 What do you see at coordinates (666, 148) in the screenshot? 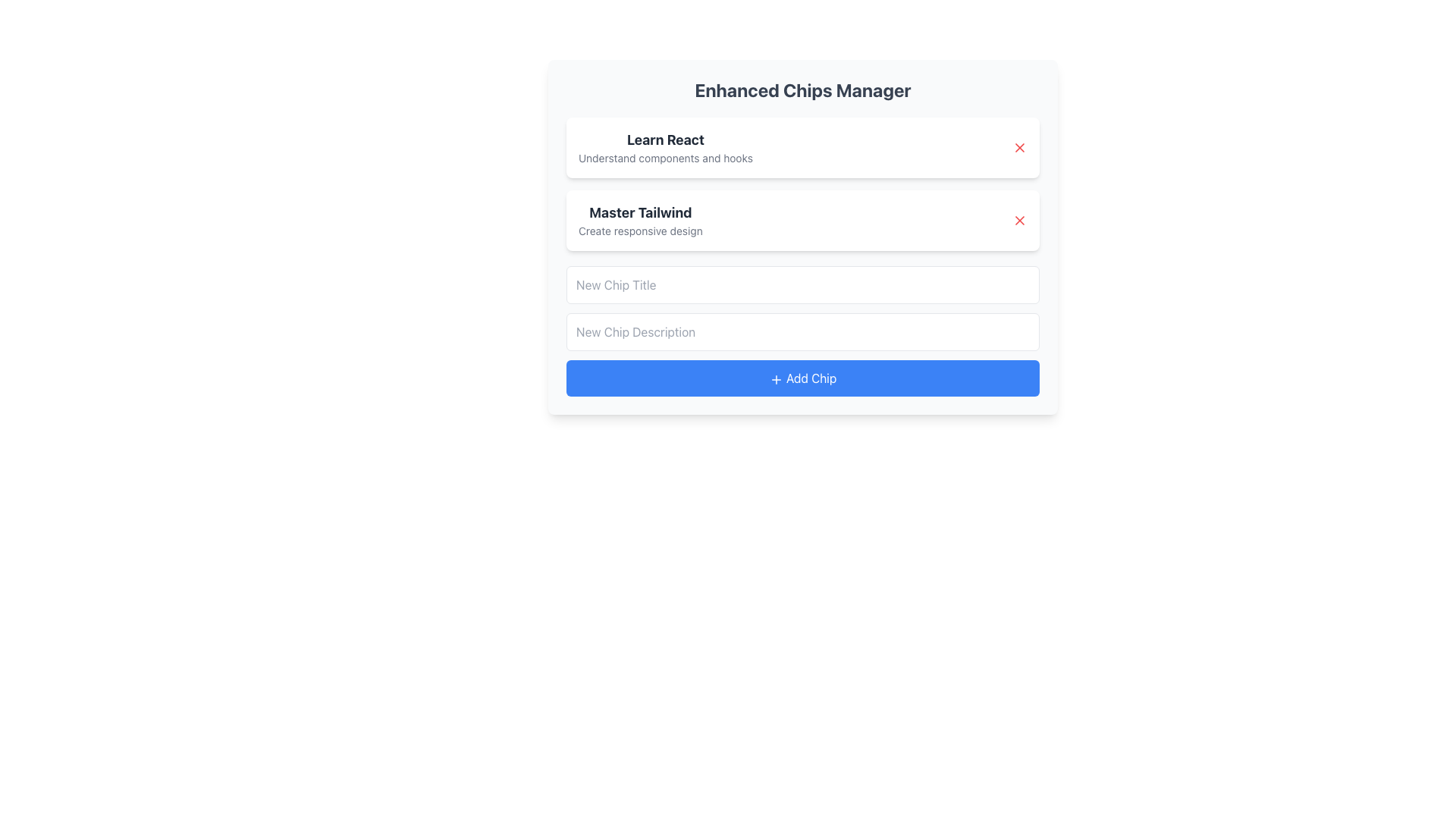
I see `the text element displaying 'Learn React' and 'Understand components and hooks' located in the first card below the heading 'Enhanced Chips Manager.'` at bounding box center [666, 148].